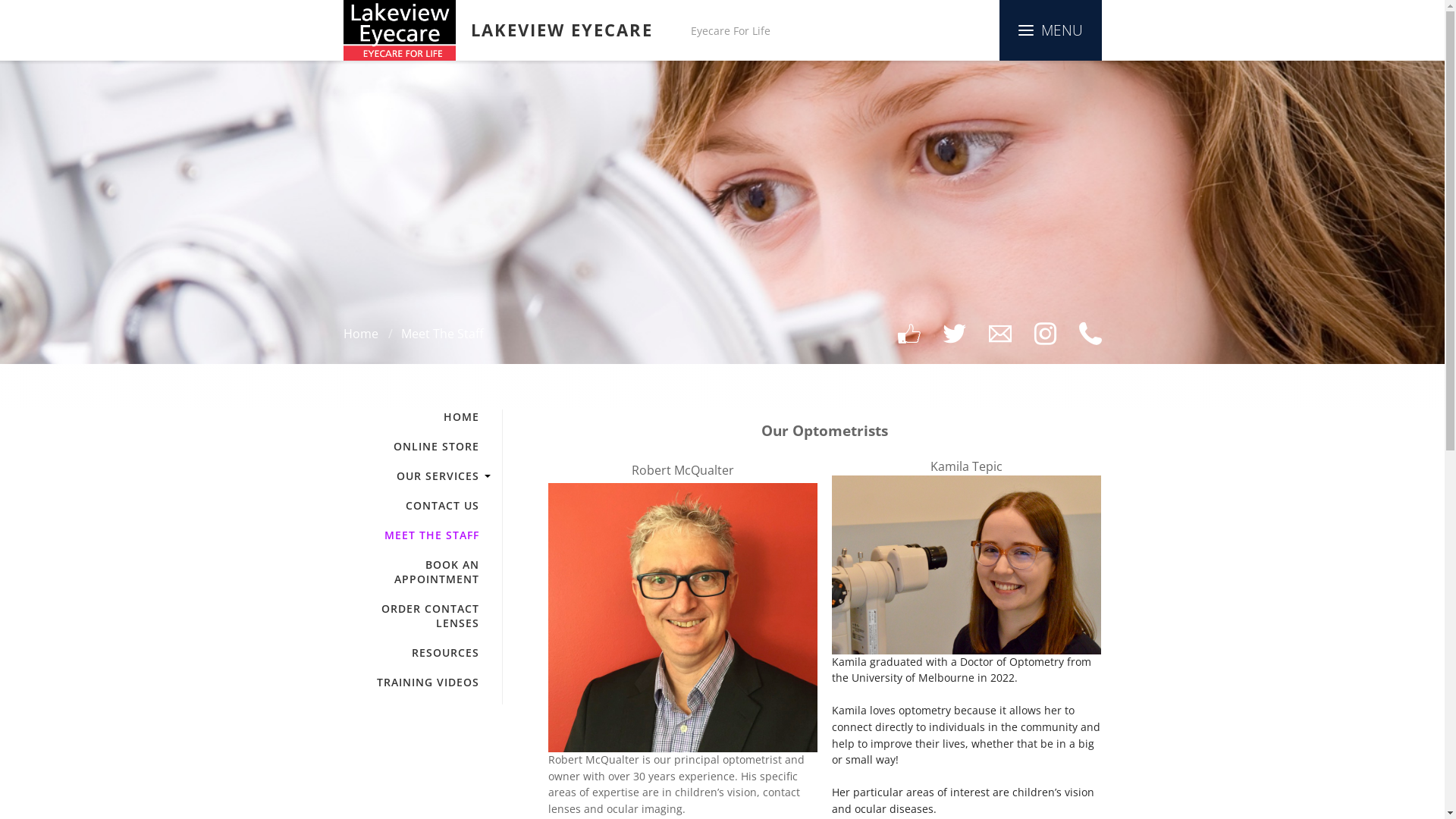 The image size is (1456, 819). I want to click on 'RESOURCES', so click(410, 651).